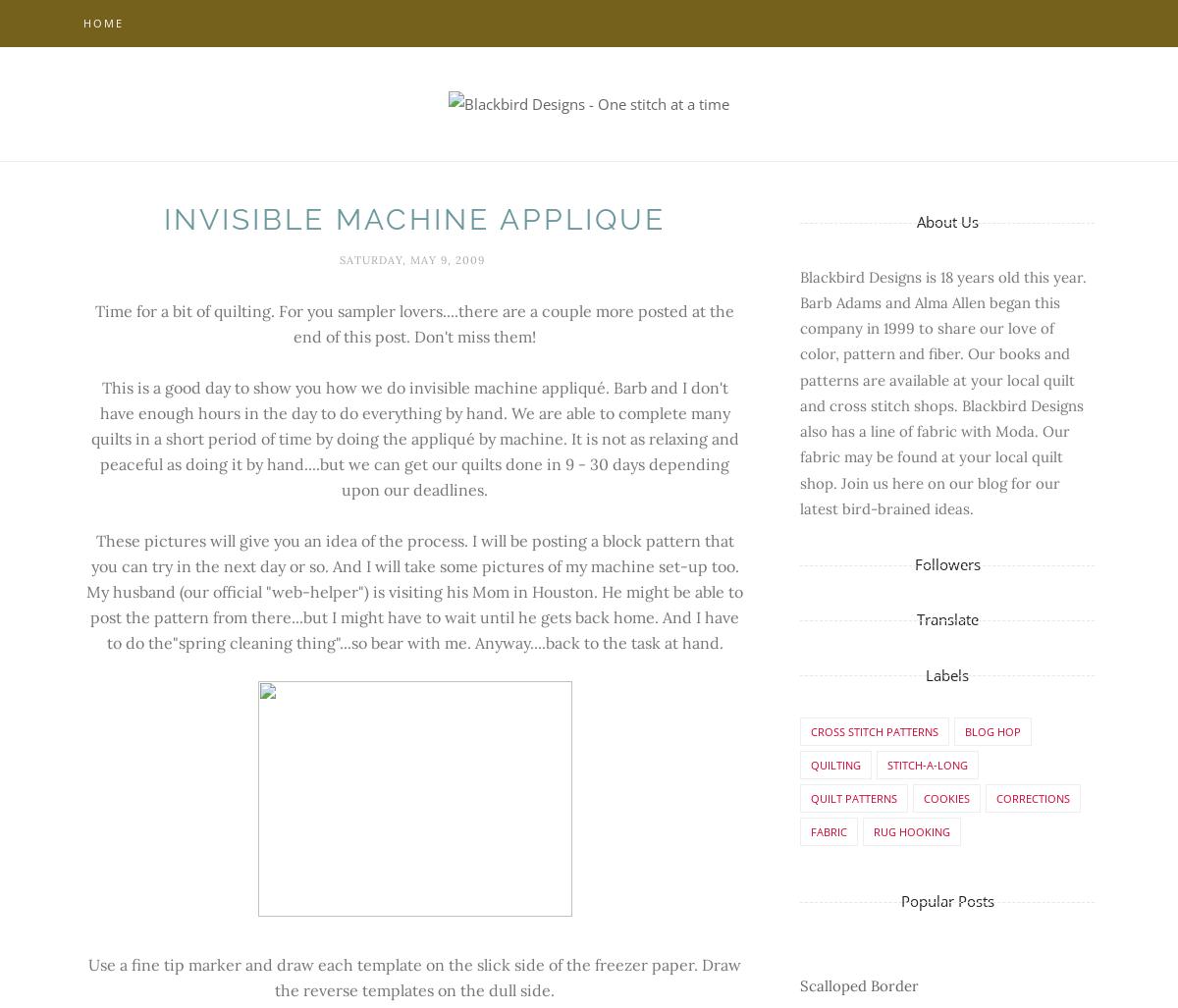 The height and width of the screenshot is (1008, 1178). What do you see at coordinates (946, 901) in the screenshot?
I see `'Popular Posts'` at bounding box center [946, 901].